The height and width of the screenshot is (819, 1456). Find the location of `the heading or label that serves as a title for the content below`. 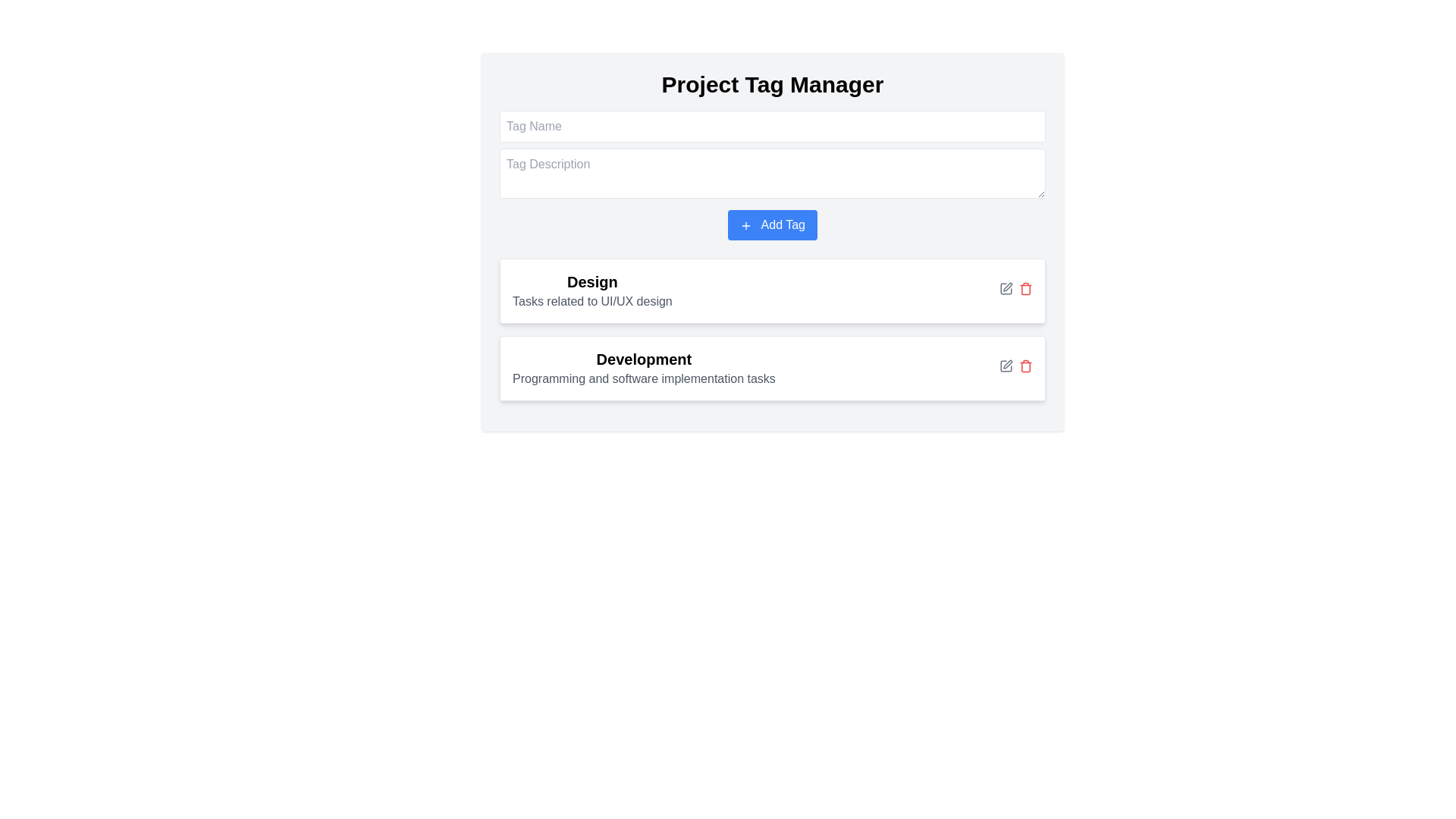

the heading or label that serves as a title for the content below is located at coordinates (591, 281).